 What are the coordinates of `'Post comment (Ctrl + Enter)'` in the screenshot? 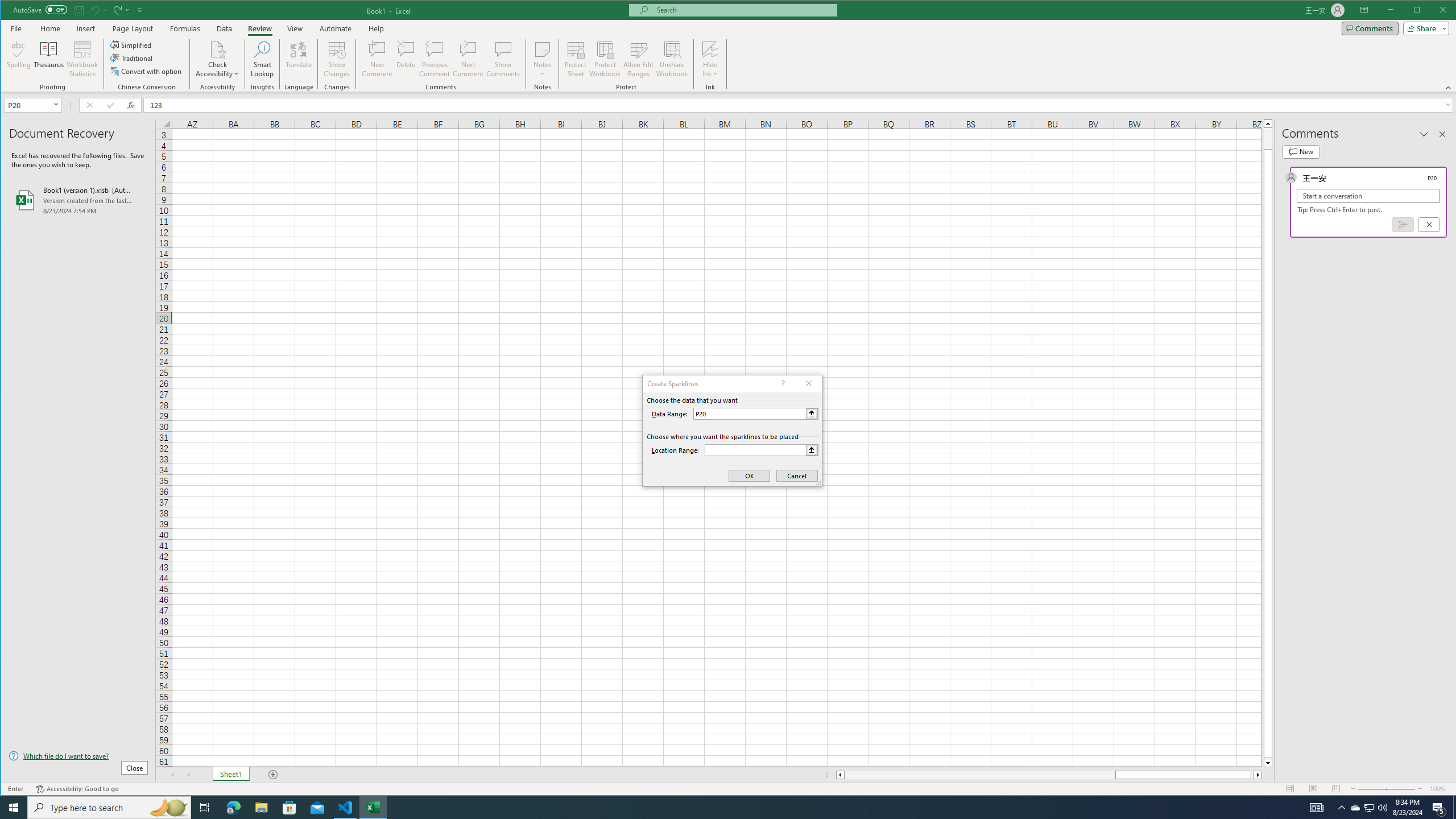 It's located at (1403, 224).